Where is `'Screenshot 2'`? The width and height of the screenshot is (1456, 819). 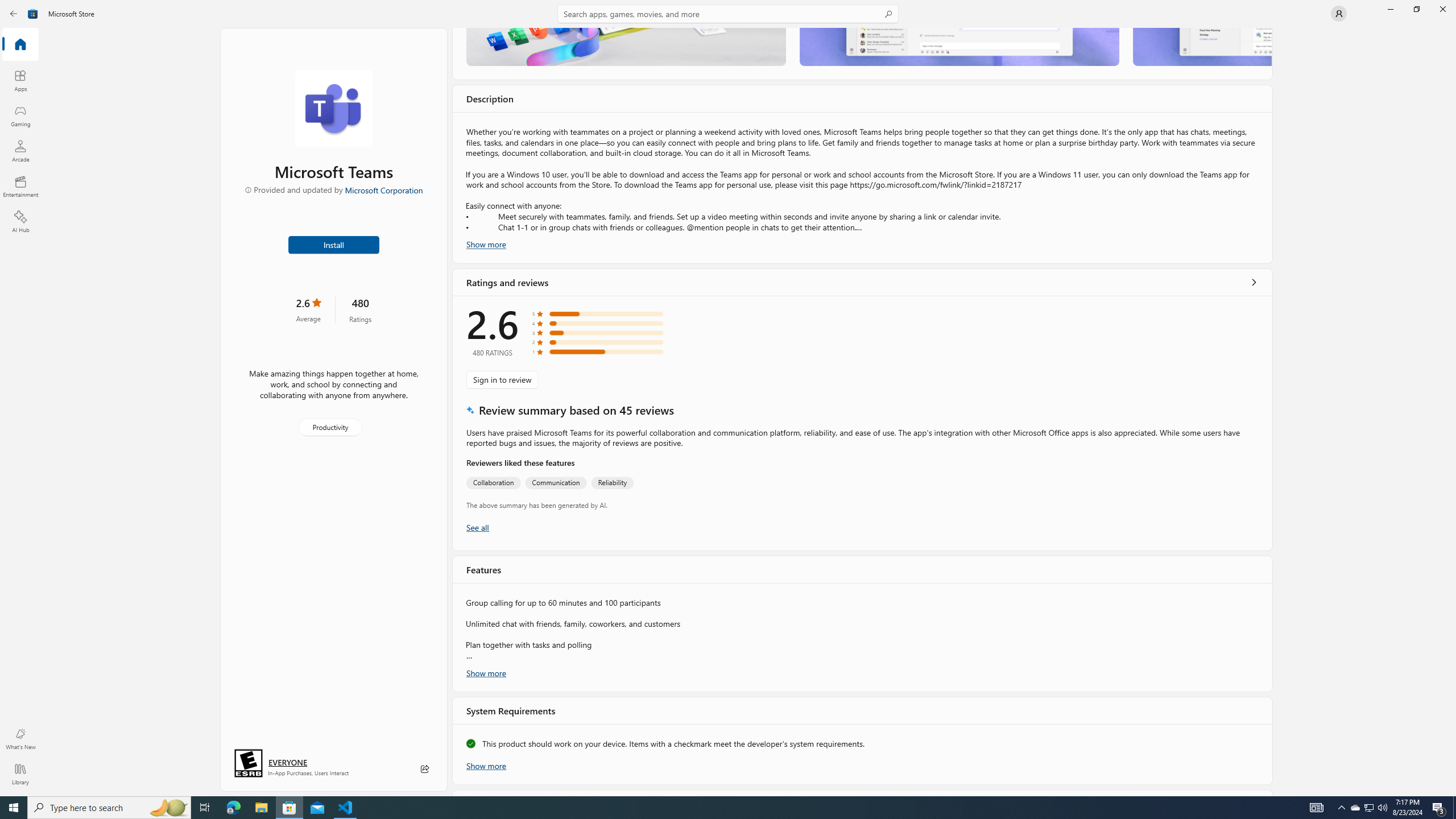
'Screenshot 2' is located at coordinates (959, 46).